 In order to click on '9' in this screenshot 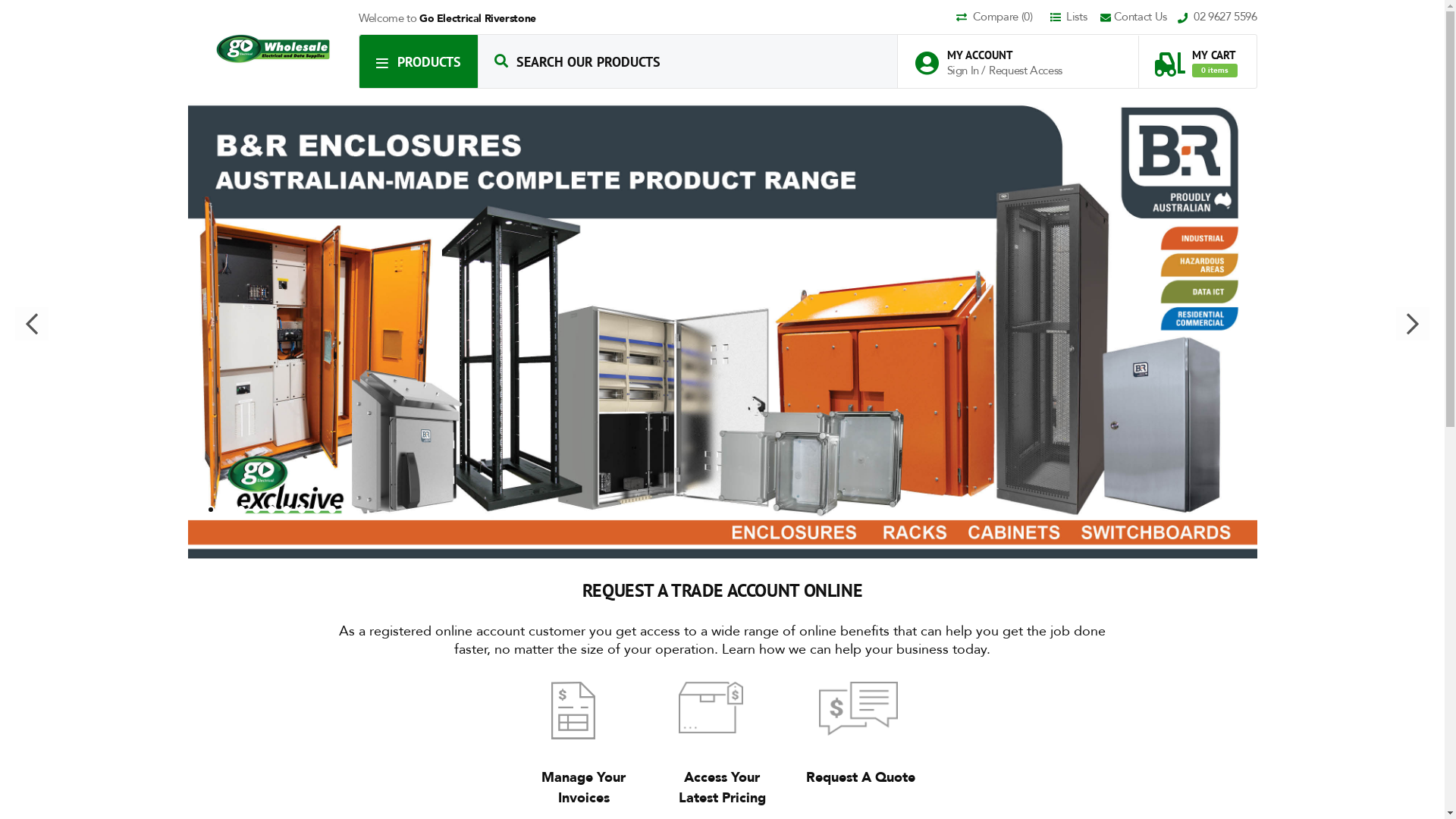, I will do `click(315, 509)`.